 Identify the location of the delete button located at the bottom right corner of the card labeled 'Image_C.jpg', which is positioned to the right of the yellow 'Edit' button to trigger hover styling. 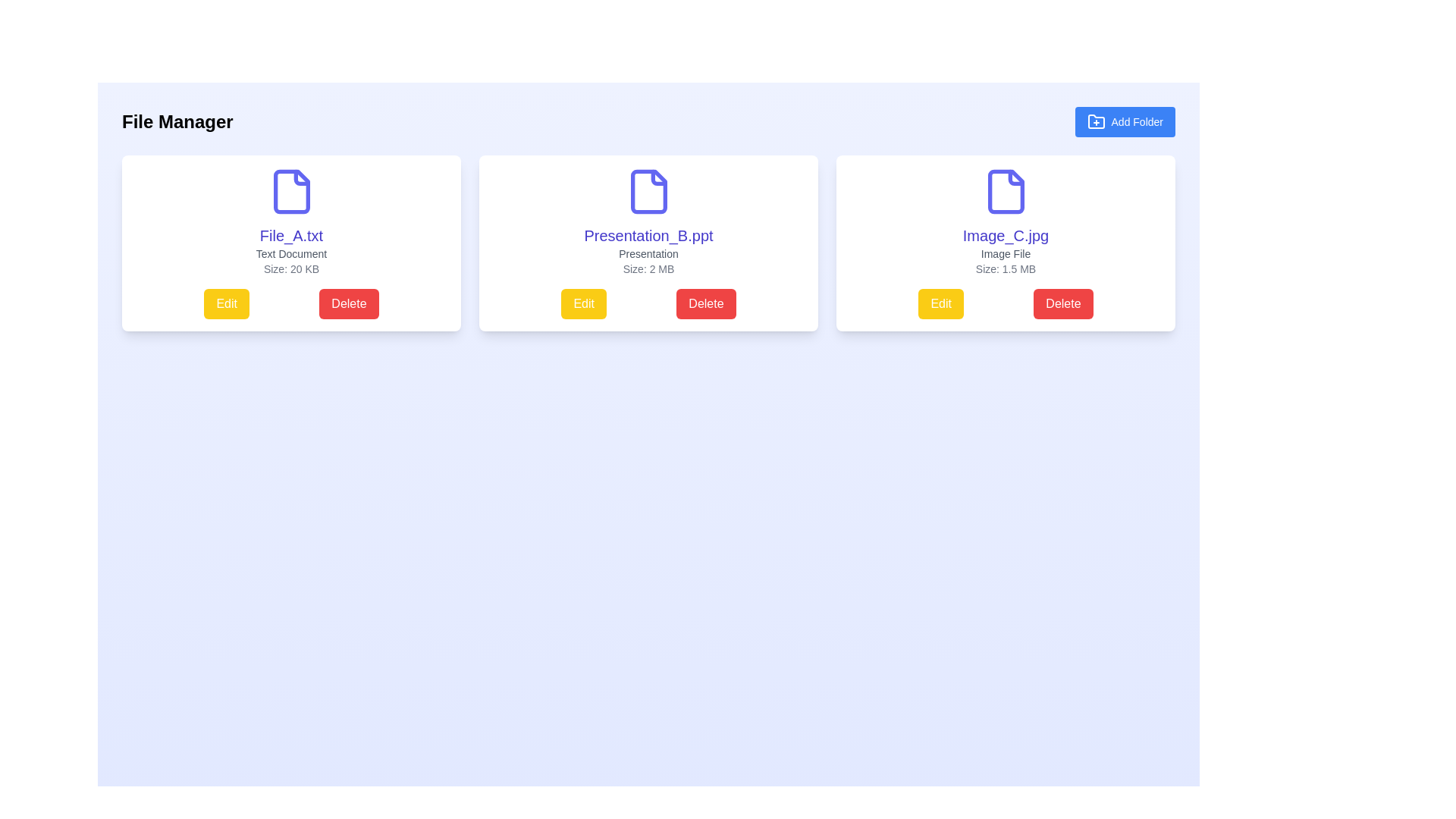
(1062, 304).